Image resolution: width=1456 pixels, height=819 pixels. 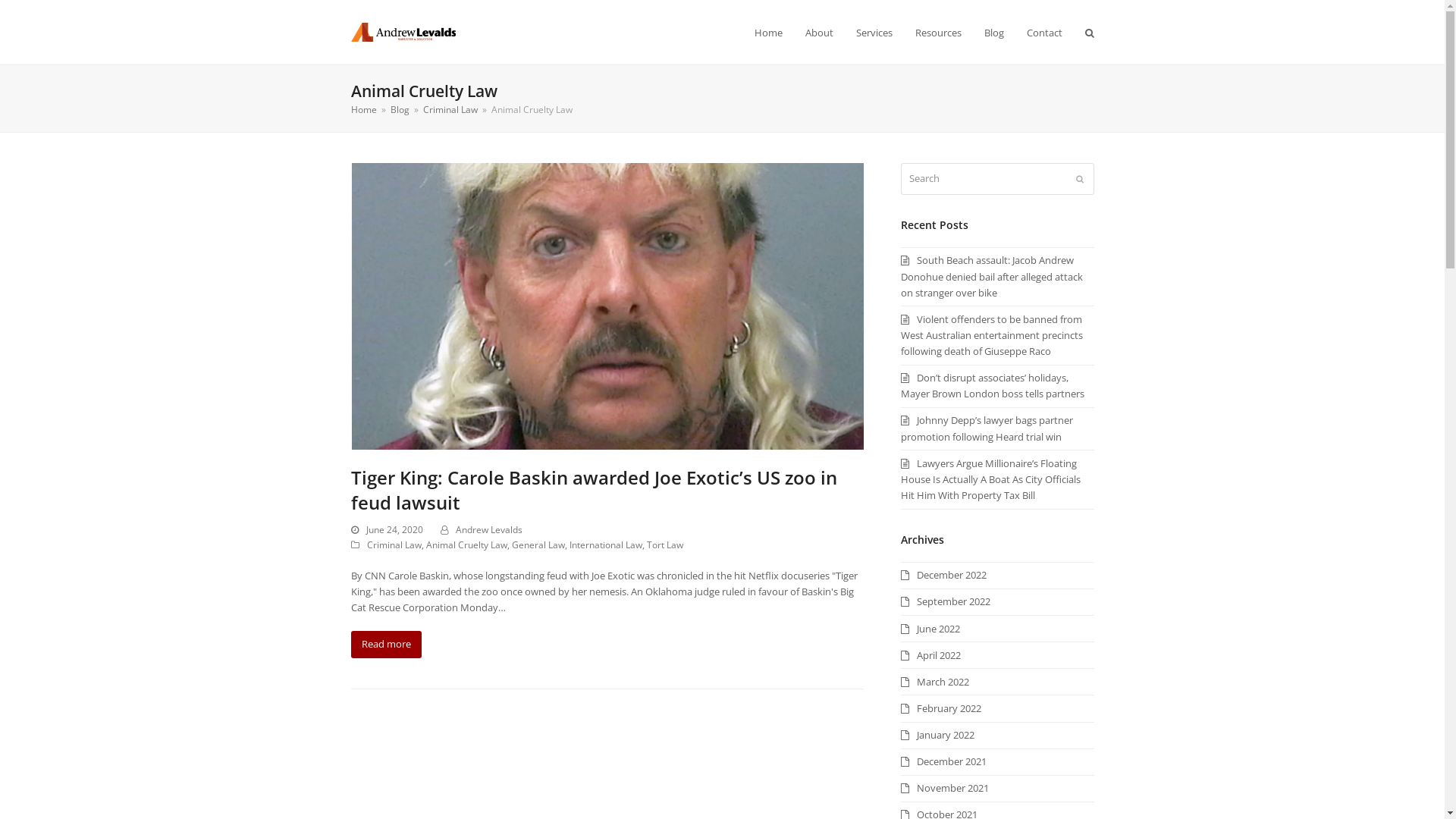 What do you see at coordinates (934, 680) in the screenshot?
I see `'March 2022'` at bounding box center [934, 680].